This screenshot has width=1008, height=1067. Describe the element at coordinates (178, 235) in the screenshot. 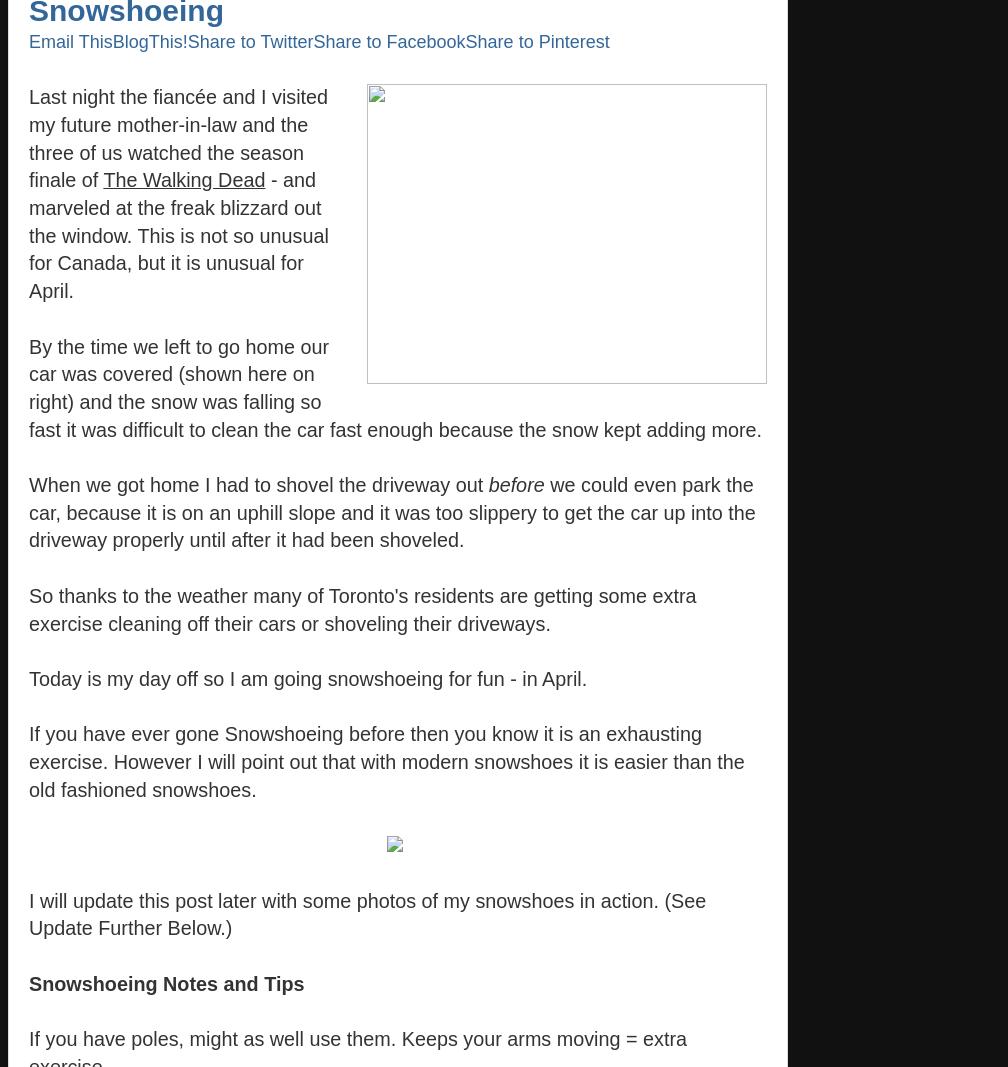

I see `'- and marveled at the freak blizzard out the window. This is not so unusual for Canada, but it is unusual for April.'` at that location.